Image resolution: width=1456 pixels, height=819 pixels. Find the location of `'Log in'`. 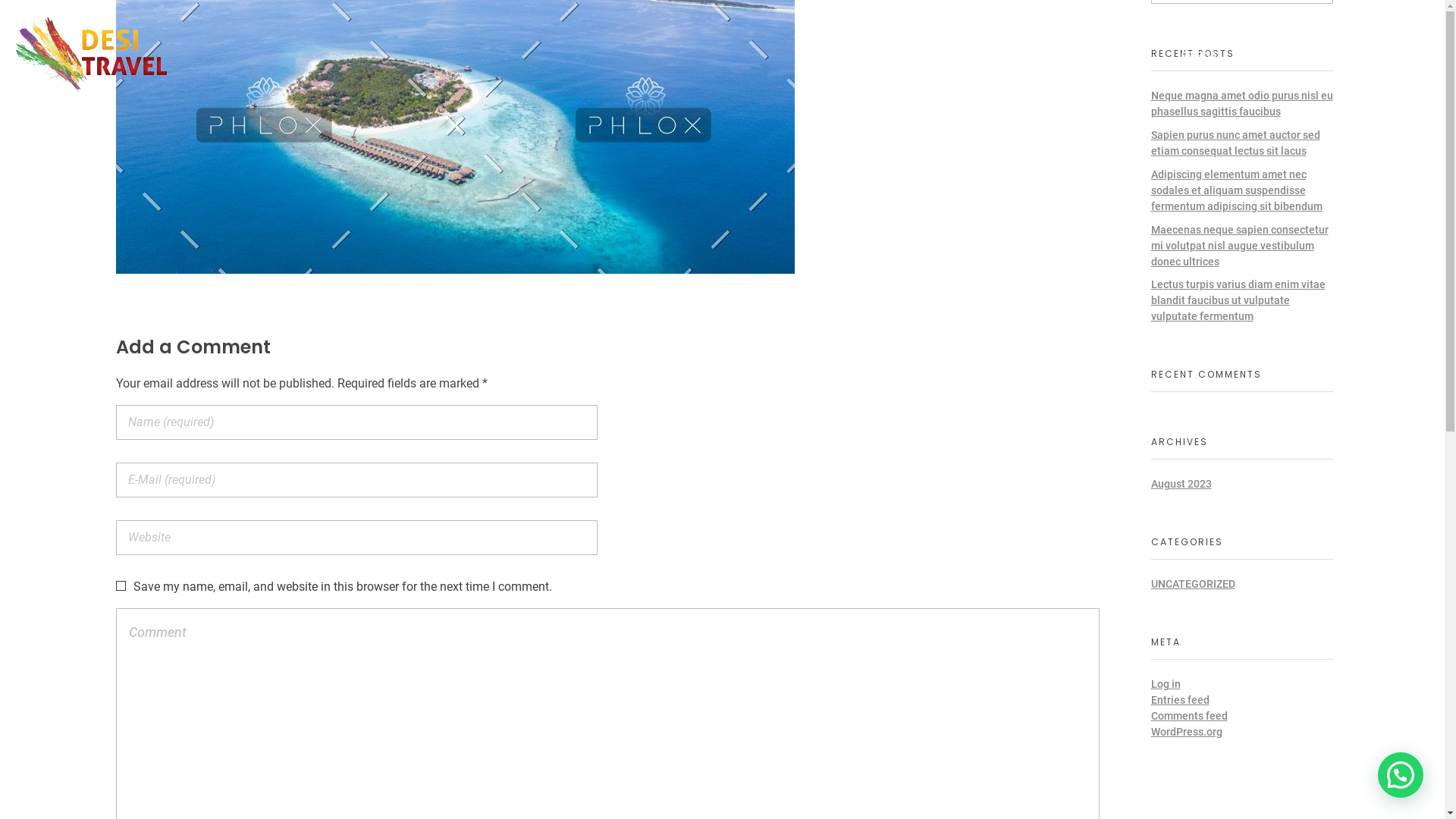

'Log in' is located at coordinates (1150, 684).